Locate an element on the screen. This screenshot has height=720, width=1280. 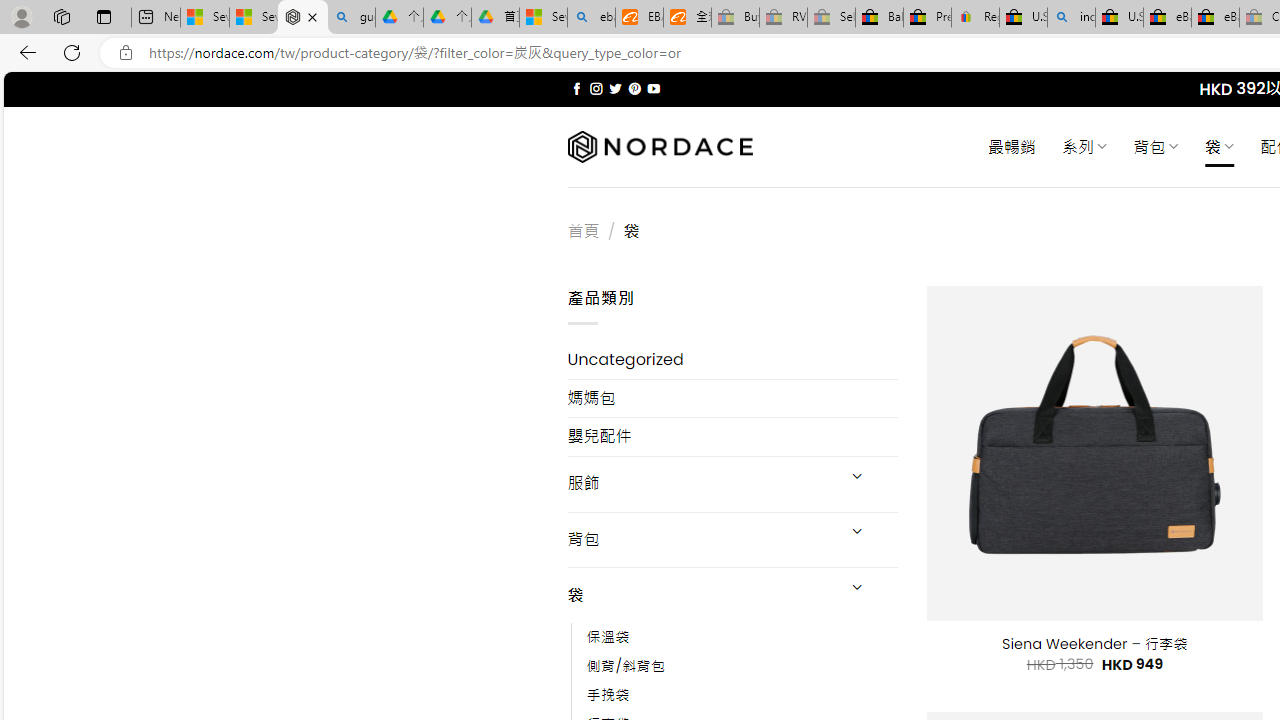
'Follow on Instagram' is located at coordinates (595, 88).